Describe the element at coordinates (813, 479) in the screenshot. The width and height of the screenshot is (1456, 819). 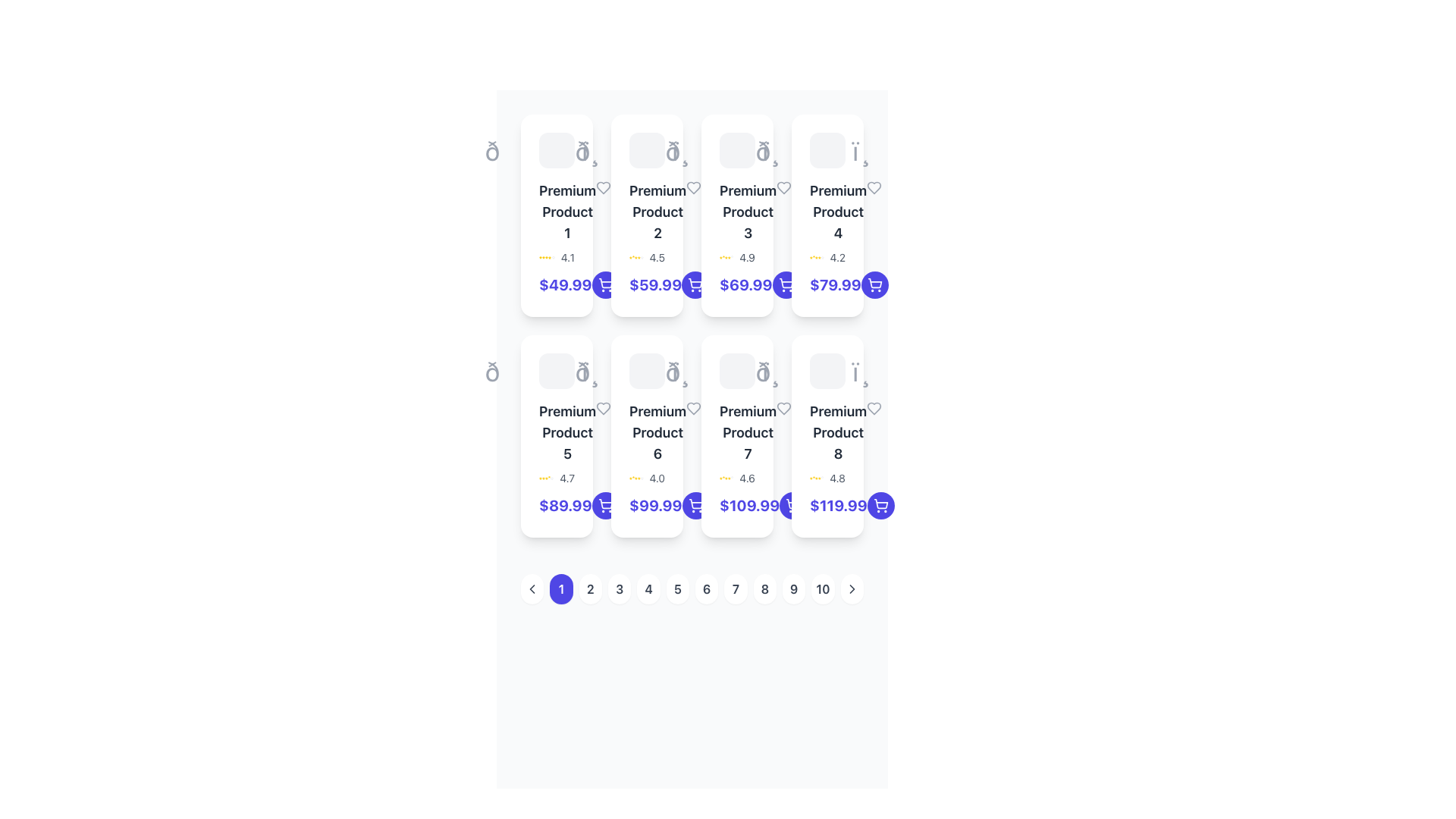
I see `the second star icon in the star rating section of the 'Premium Product 8' product card located in the bottom-right corner of the product grid` at that location.